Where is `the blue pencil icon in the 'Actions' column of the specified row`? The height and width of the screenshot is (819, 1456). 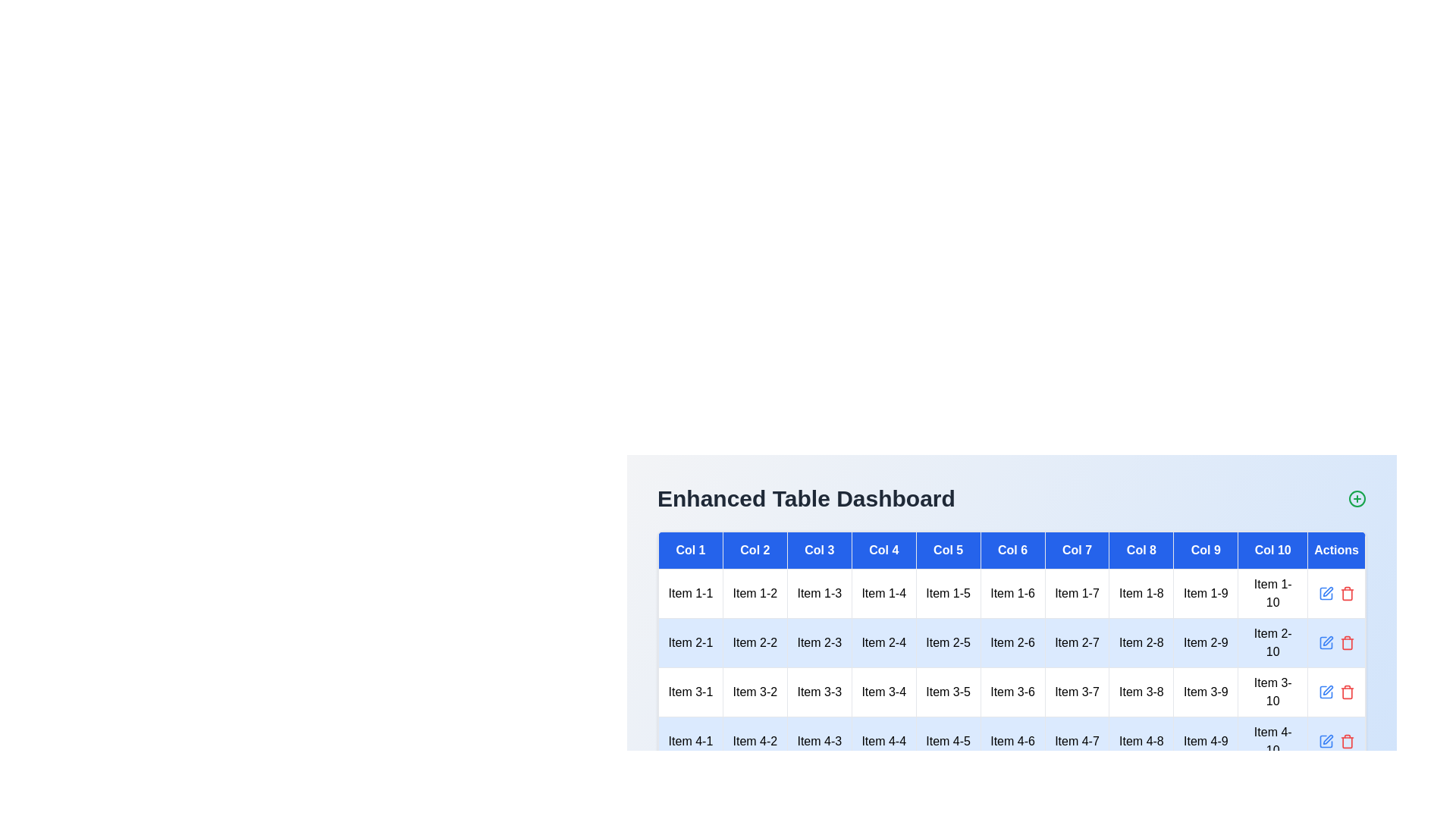 the blue pencil icon in the 'Actions' column of the specified row is located at coordinates (1325, 593).